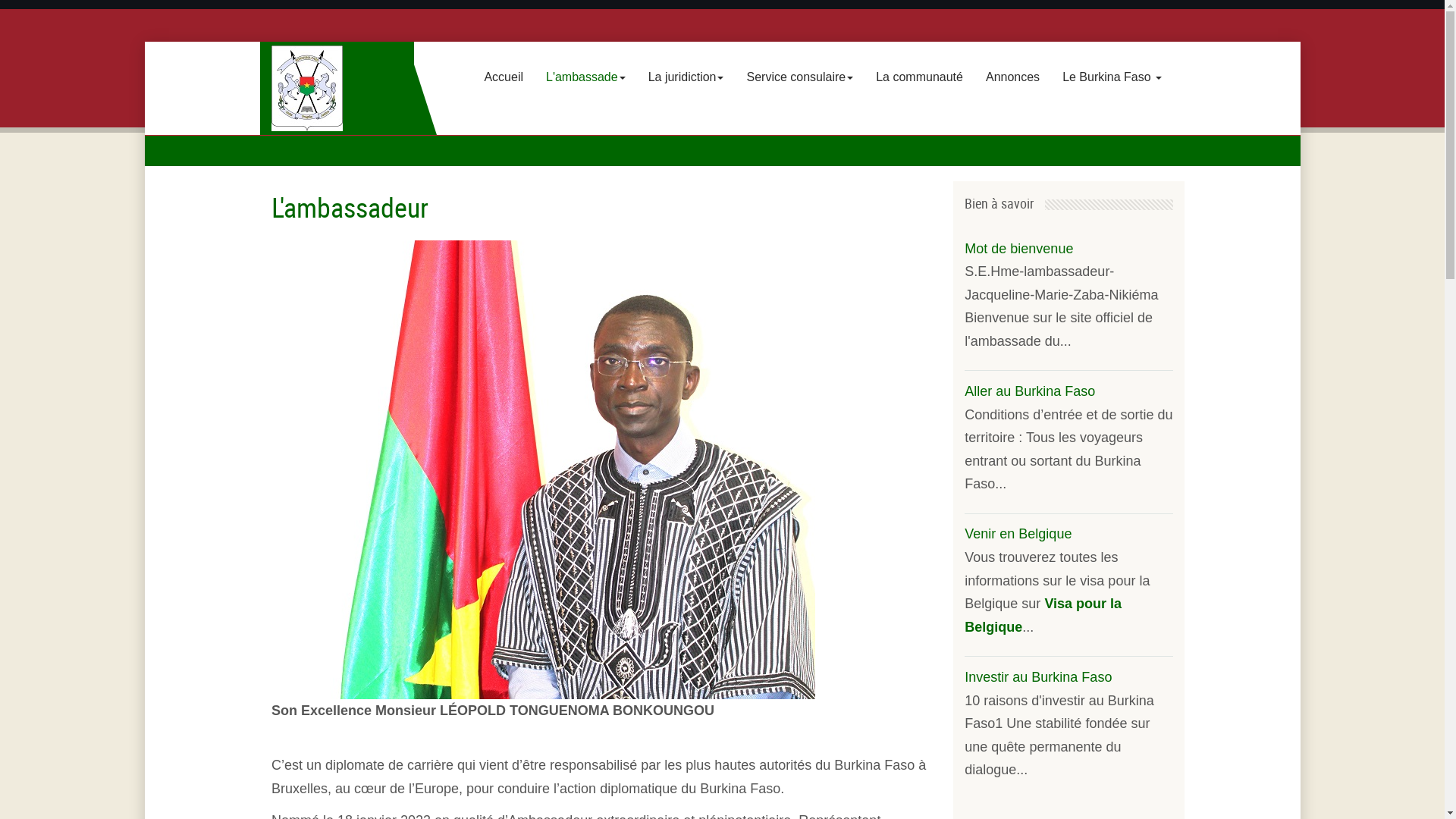 The width and height of the screenshot is (1456, 819). Describe the element at coordinates (1012, 77) in the screenshot. I see `'Annonces'` at that location.